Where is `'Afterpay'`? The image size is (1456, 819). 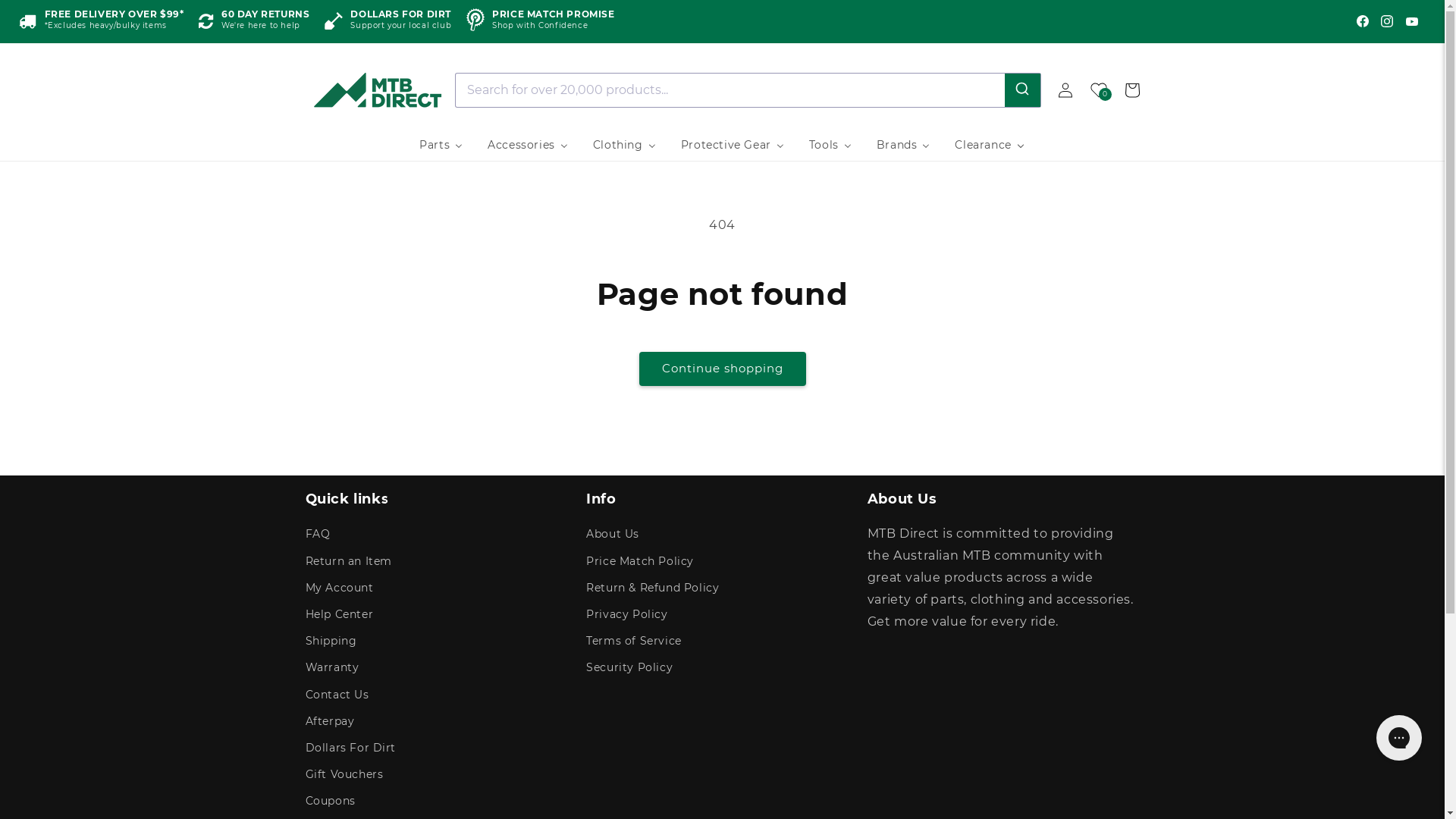 'Afterpay' is located at coordinates (328, 720).